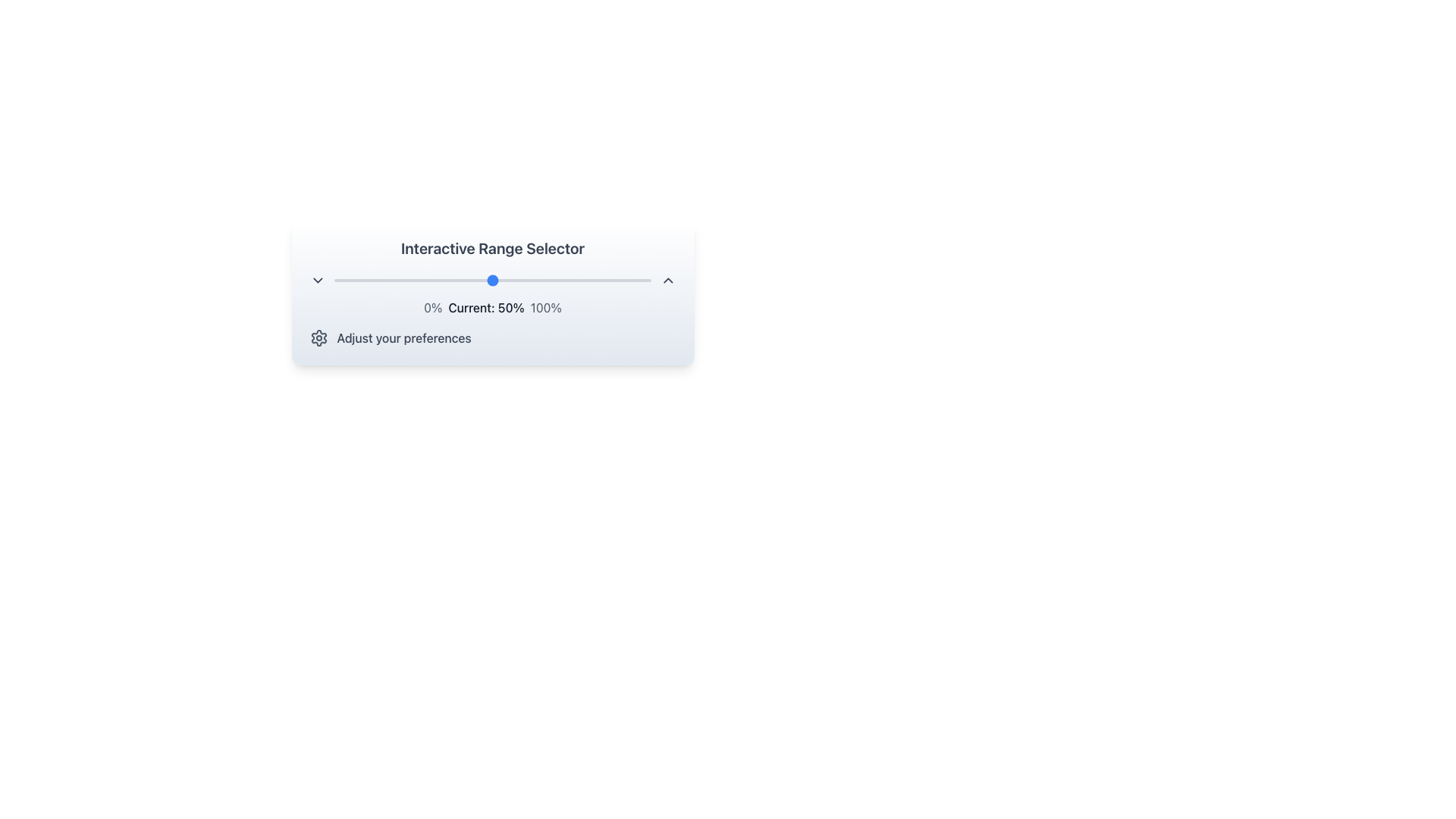 This screenshot has height=819, width=1456. What do you see at coordinates (432, 307) in the screenshot?
I see `the text element indicating the starting point of the range in the interactive range selector, which shows '0%'` at bounding box center [432, 307].